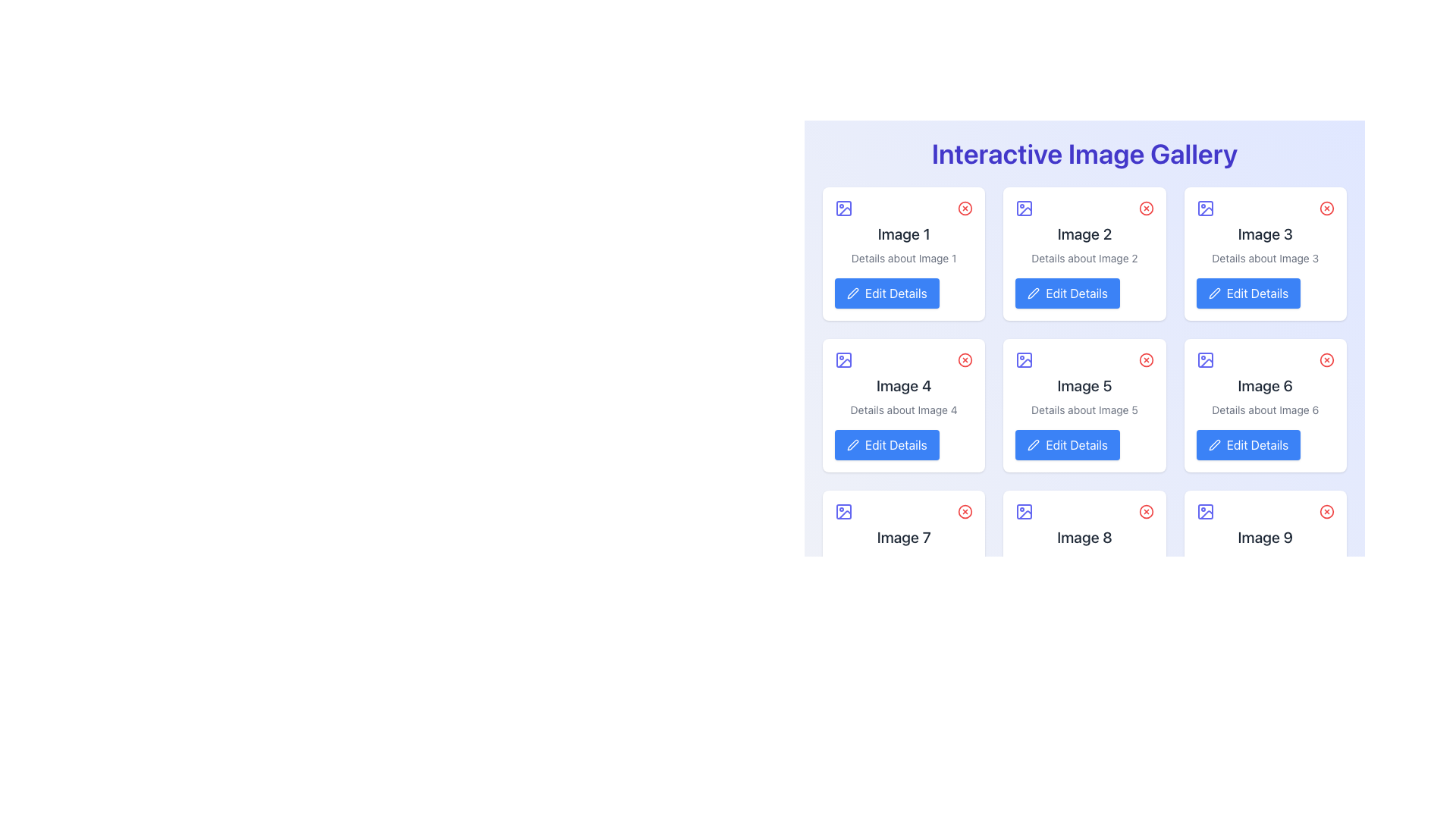 The image size is (1456, 819). Describe the element at coordinates (1204, 512) in the screenshot. I see `the SVG Icon located at the top-left corner of the card labeled 'Image 9', positioned to the left of the red 'delete' icon` at that location.